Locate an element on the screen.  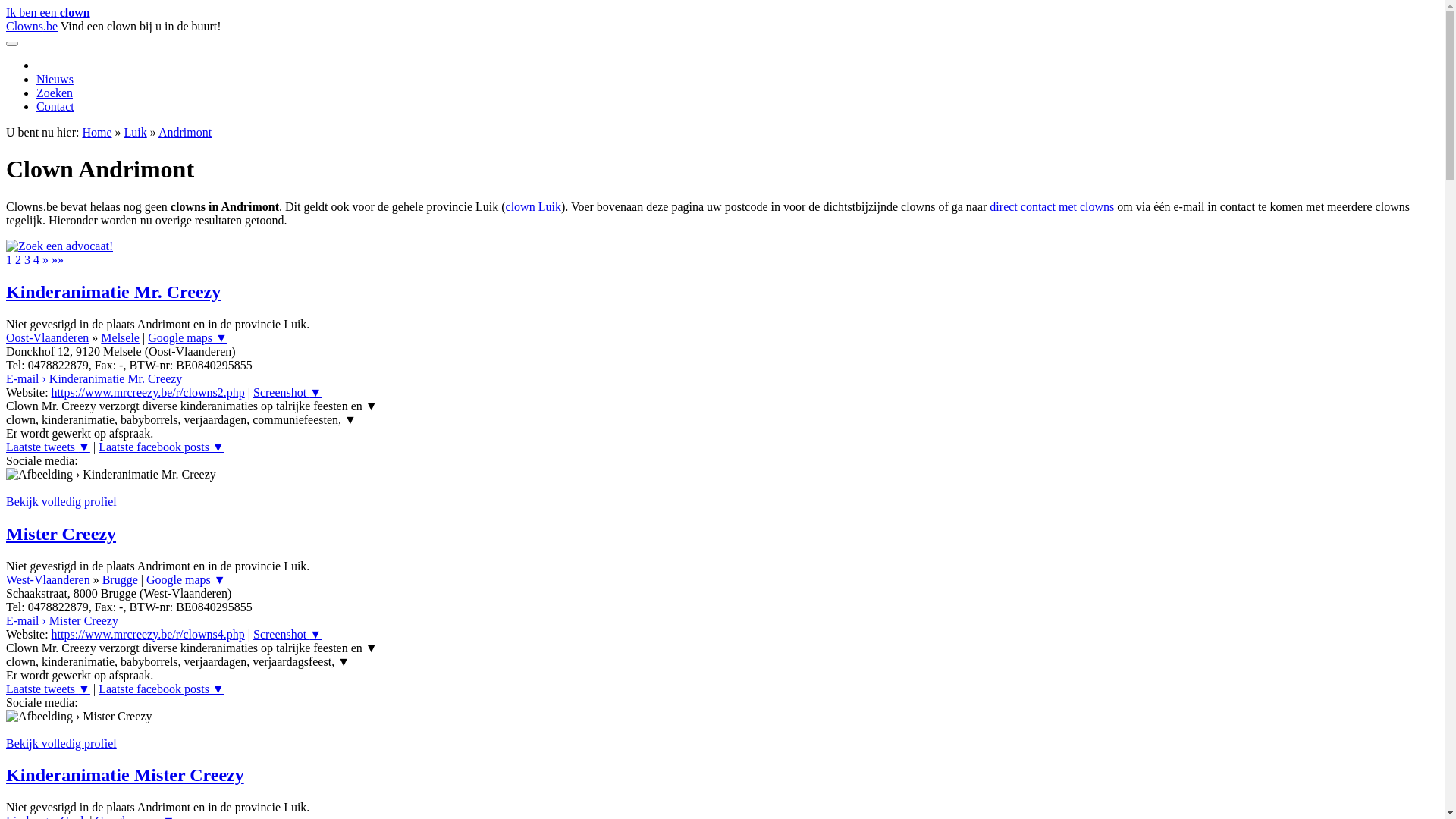
'Ik ben een clown' is located at coordinates (48, 12).